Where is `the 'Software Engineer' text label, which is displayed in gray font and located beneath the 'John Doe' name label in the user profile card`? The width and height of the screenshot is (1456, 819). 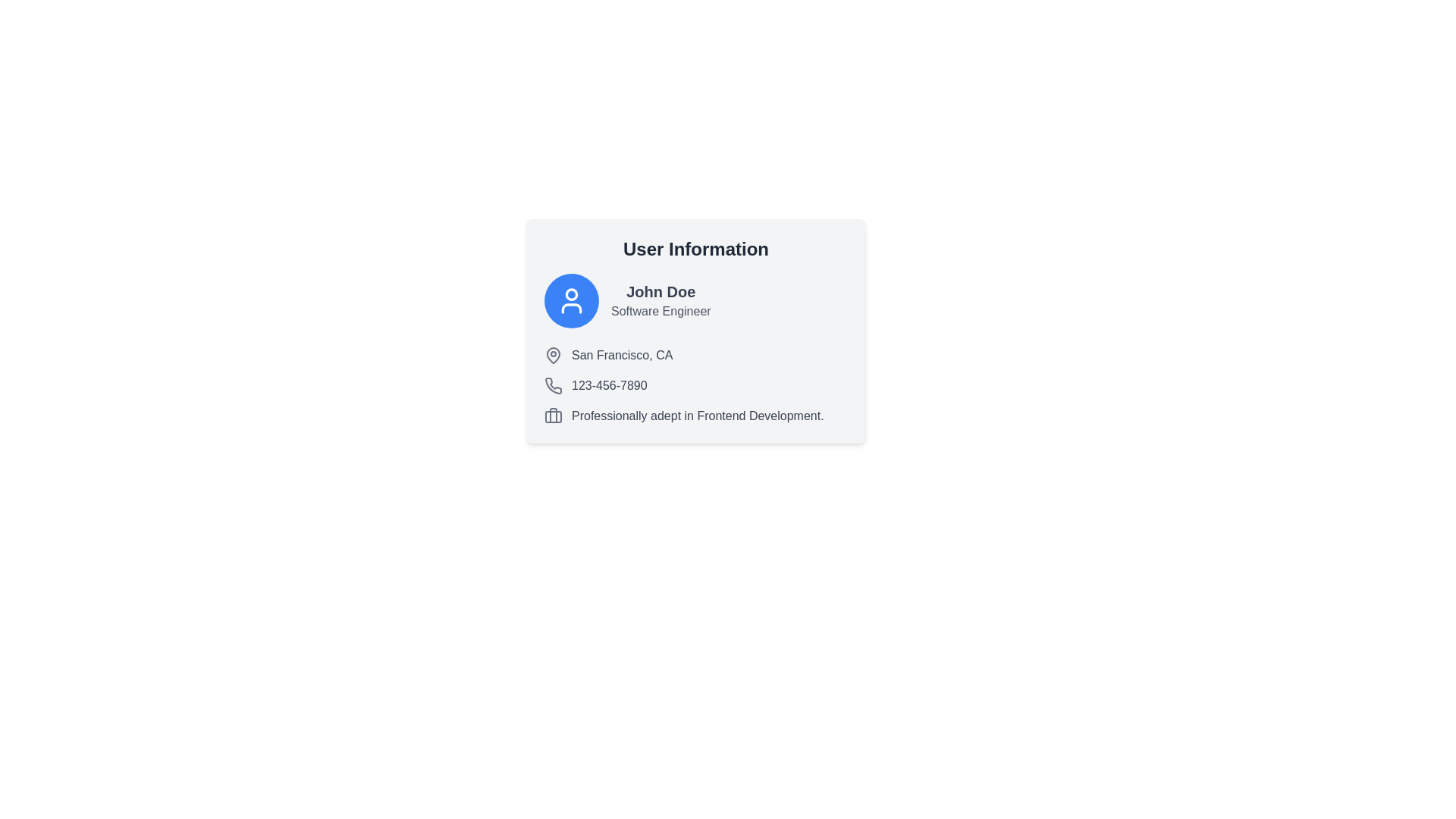
the 'Software Engineer' text label, which is displayed in gray font and located beneath the 'John Doe' name label in the user profile card is located at coordinates (661, 311).